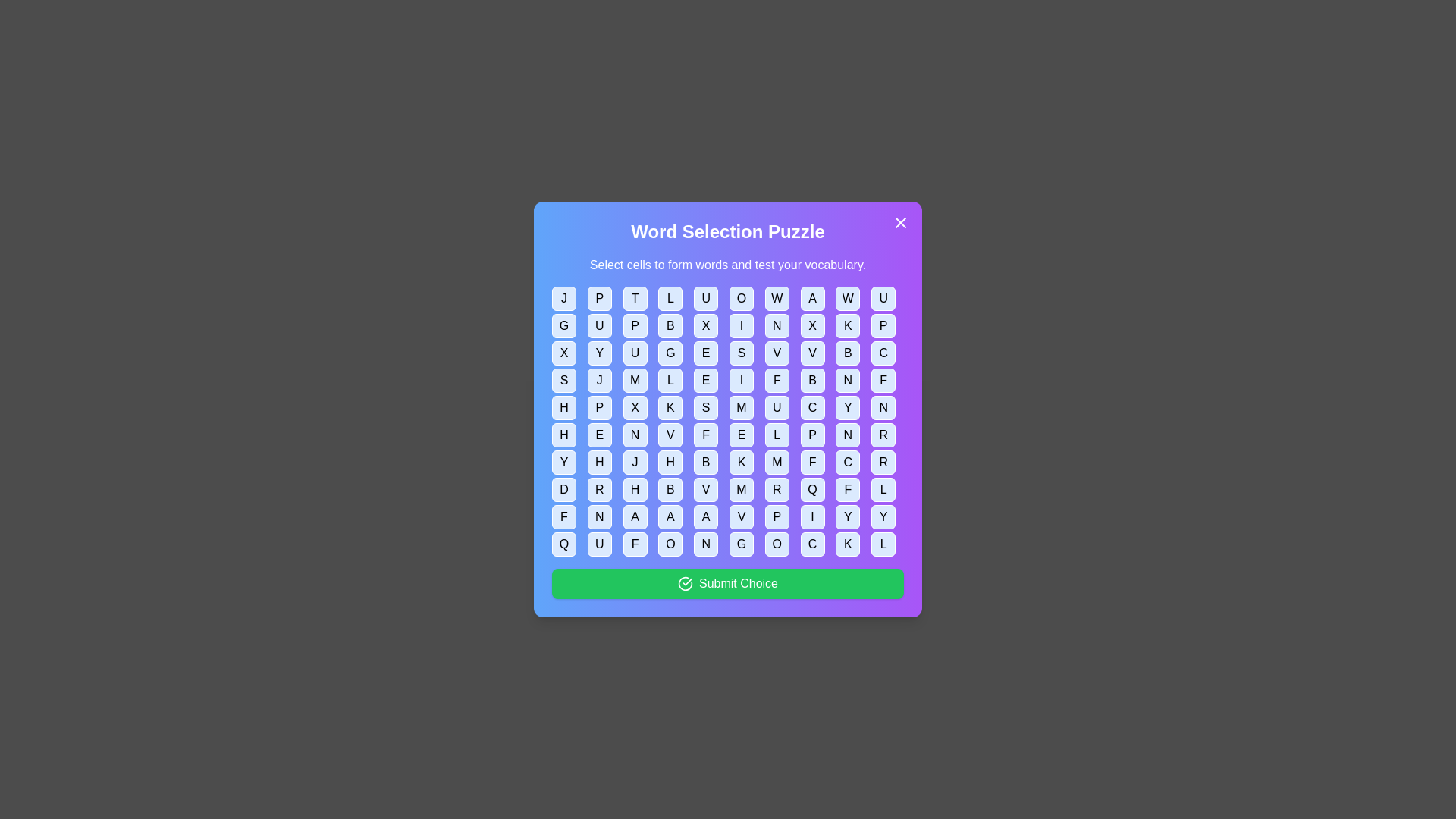 The height and width of the screenshot is (819, 1456). What do you see at coordinates (728, 231) in the screenshot?
I see `the title text 'Word Selection Puzzle' displayed at the top of the dialog` at bounding box center [728, 231].